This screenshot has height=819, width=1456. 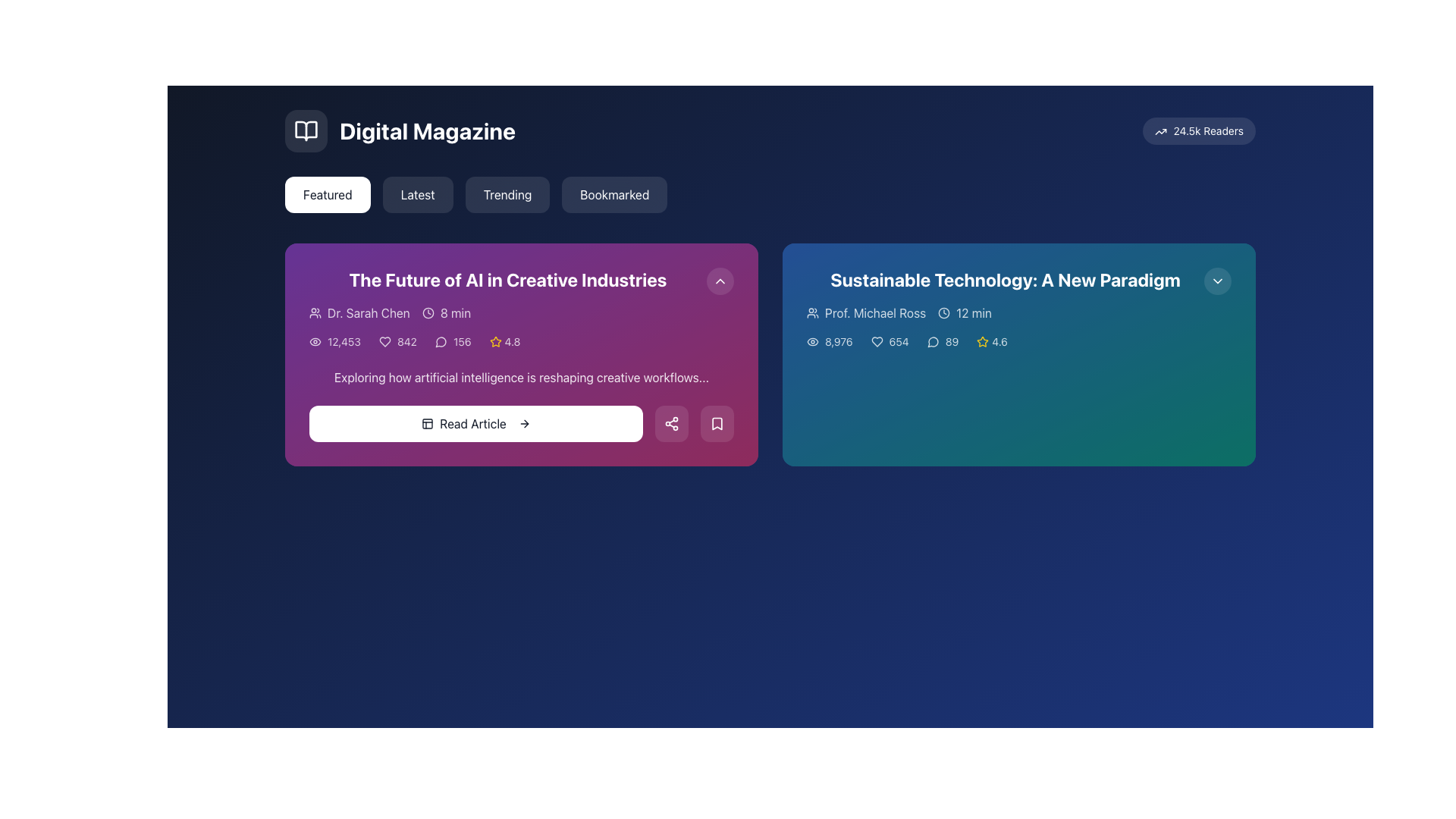 I want to click on the icon button at the central top region of the purple gradient card, so click(x=720, y=281).